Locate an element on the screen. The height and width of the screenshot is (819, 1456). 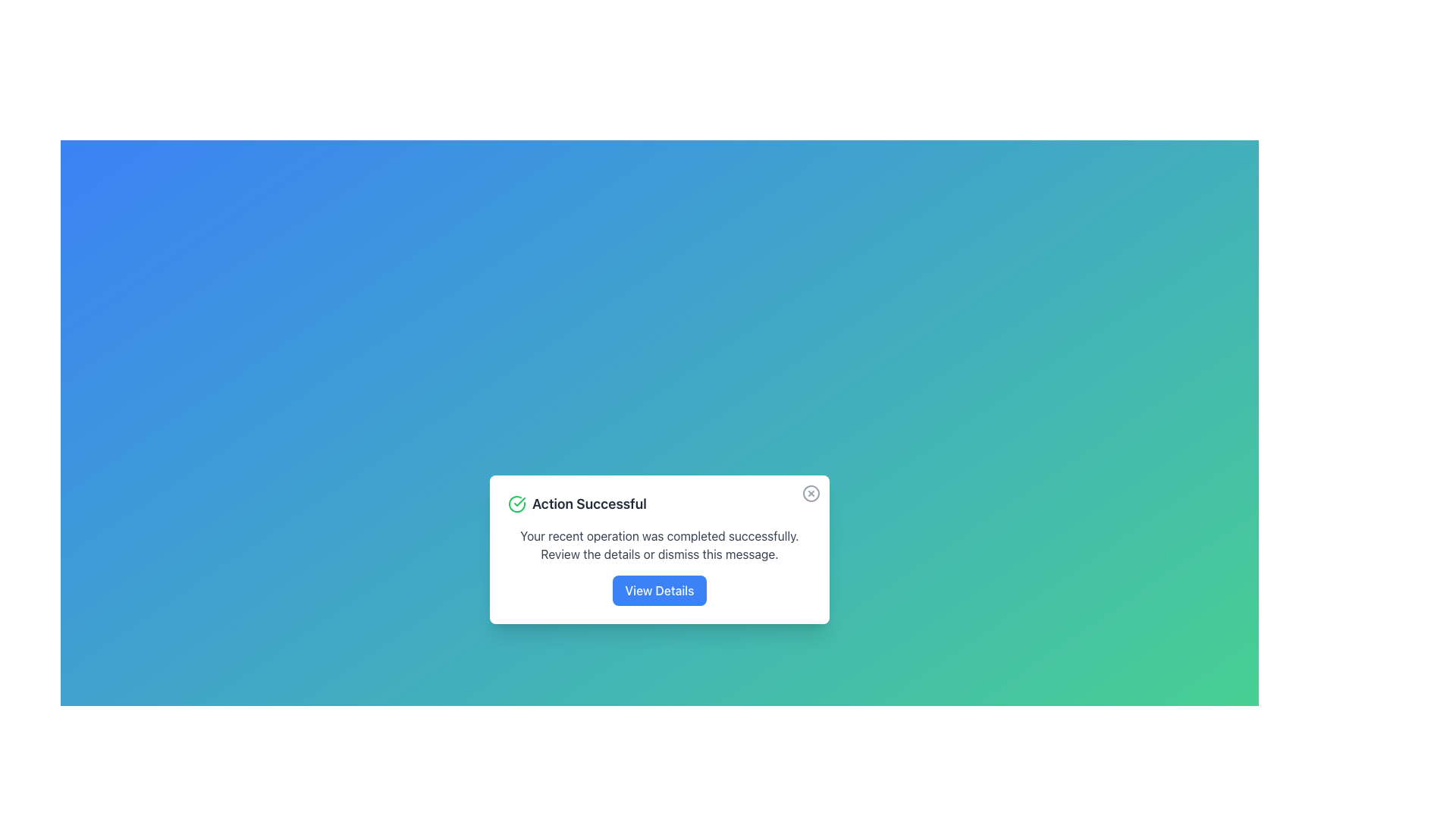
the small circular gray button that turns red when hovered, located at the top-right corner of the modal dialog displaying 'Action Successful' is located at coordinates (811, 494).